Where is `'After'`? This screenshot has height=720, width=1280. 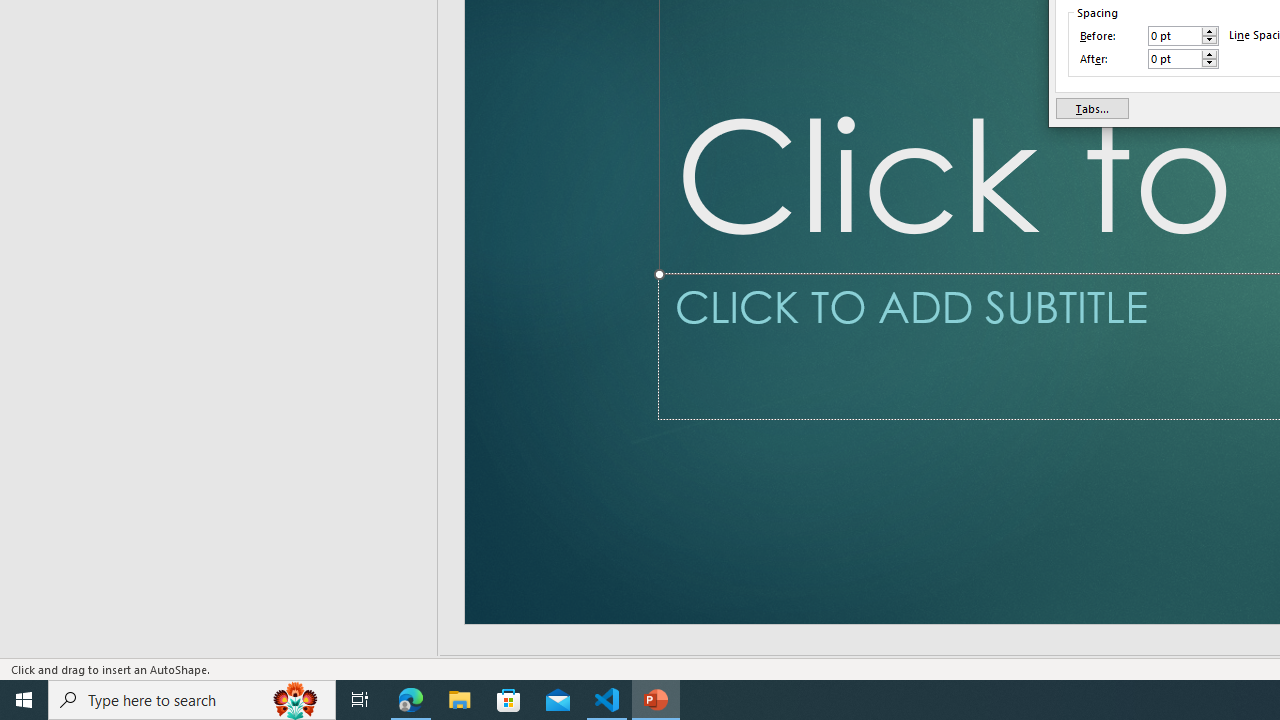 'After' is located at coordinates (1183, 58).